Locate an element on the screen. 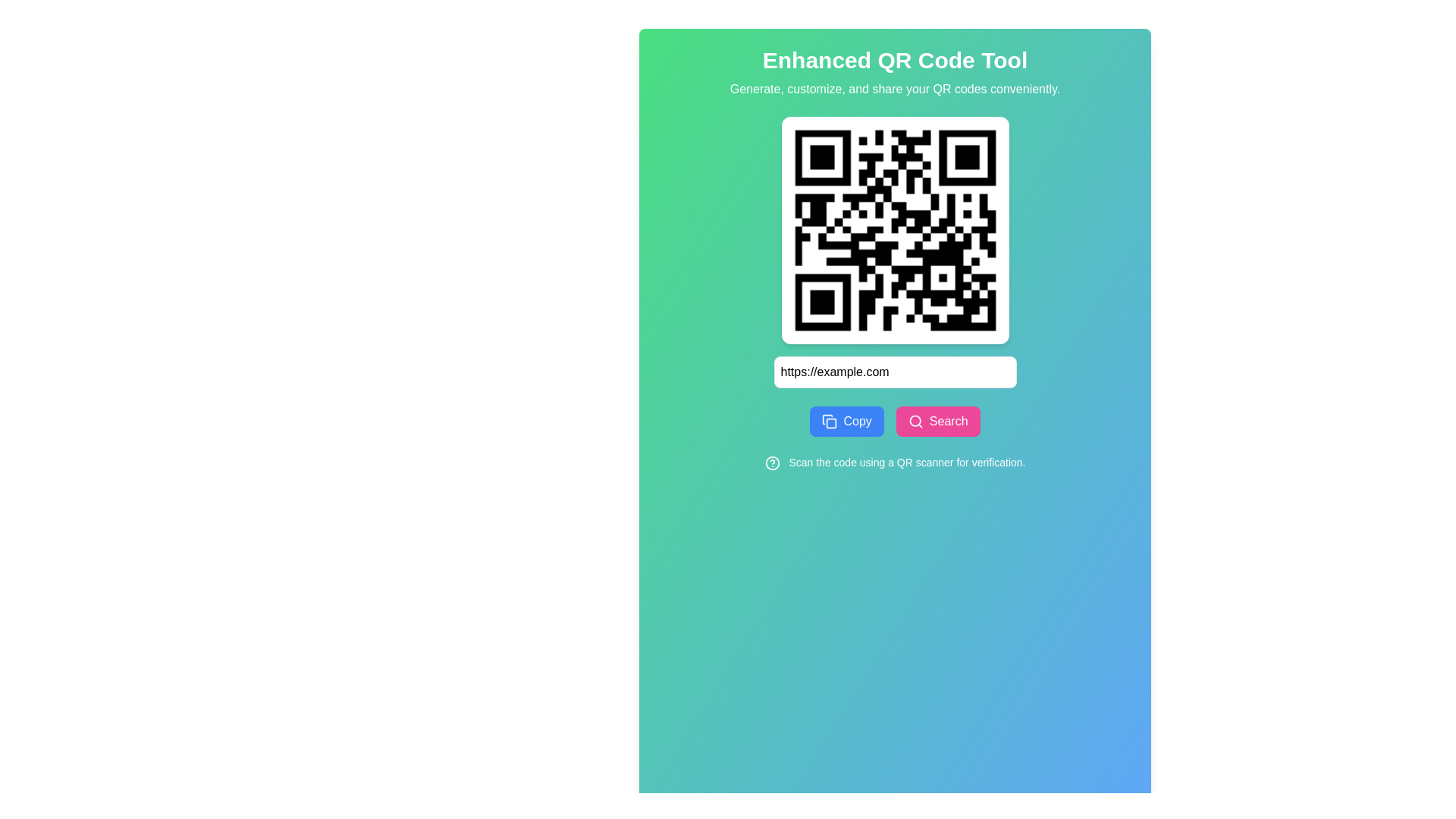 The width and height of the screenshot is (1456, 819). 'Search' button icon located above the footer, which serves as a visual identifier for the search functionality is located at coordinates (915, 421).